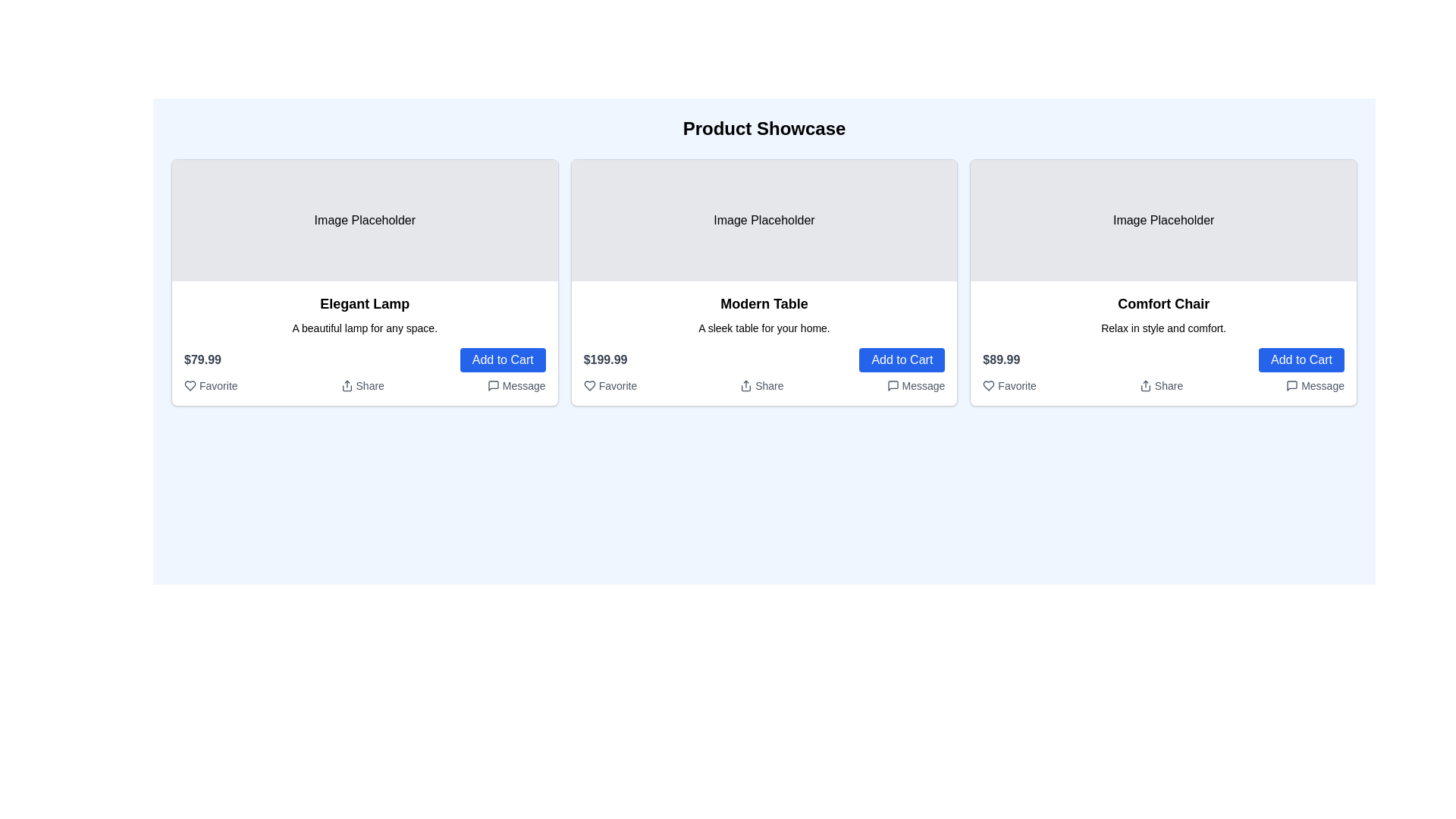 This screenshot has height=819, width=1456. Describe the element at coordinates (1160, 385) in the screenshot. I see `the share button located between the Favorite and Message buttons in the bottom section of the product card for 'Comfort Chair'` at that location.